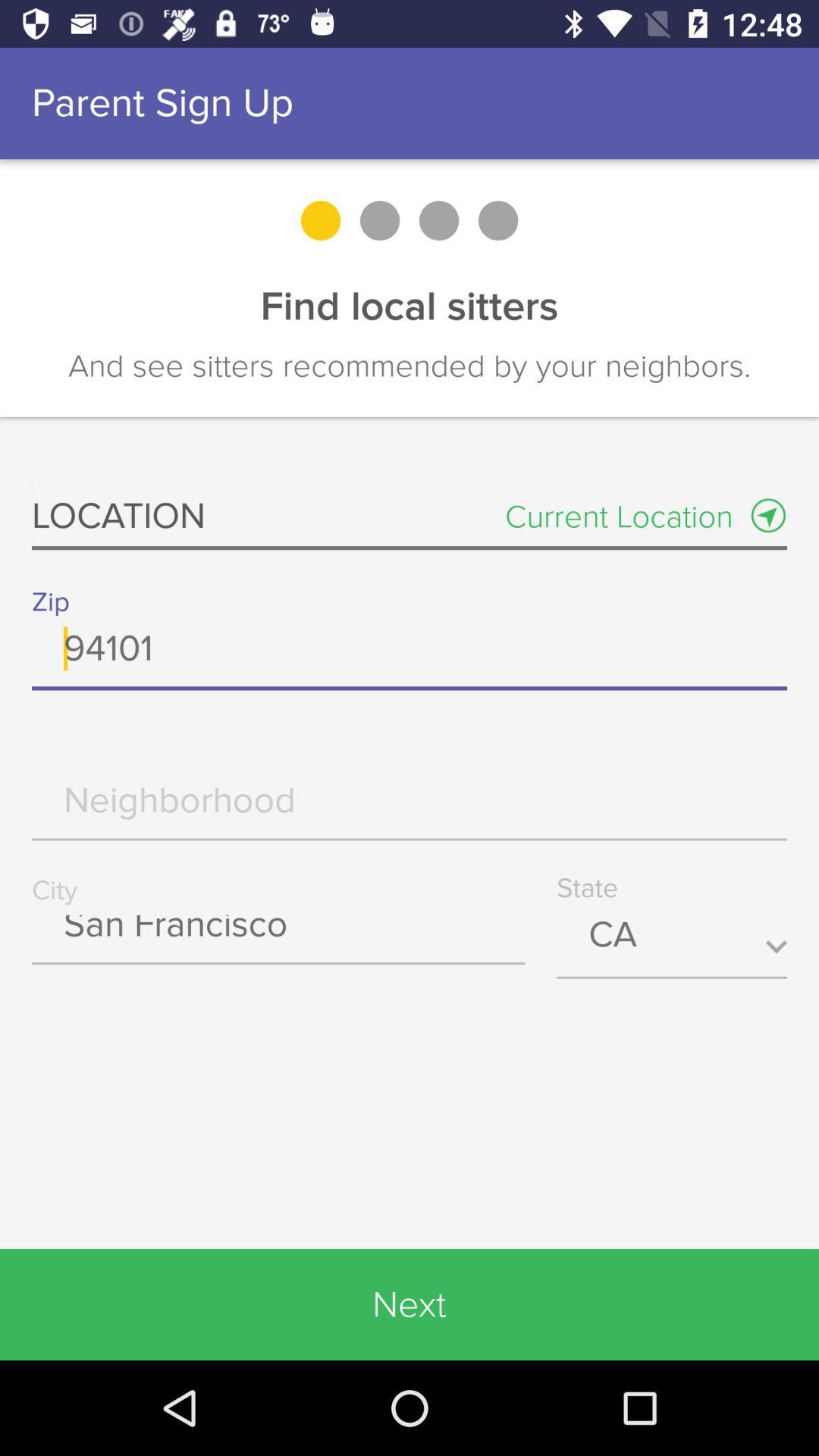 This screenshot has height=1456, width=819. I want to click on neighborhood info, so click(409, 810).